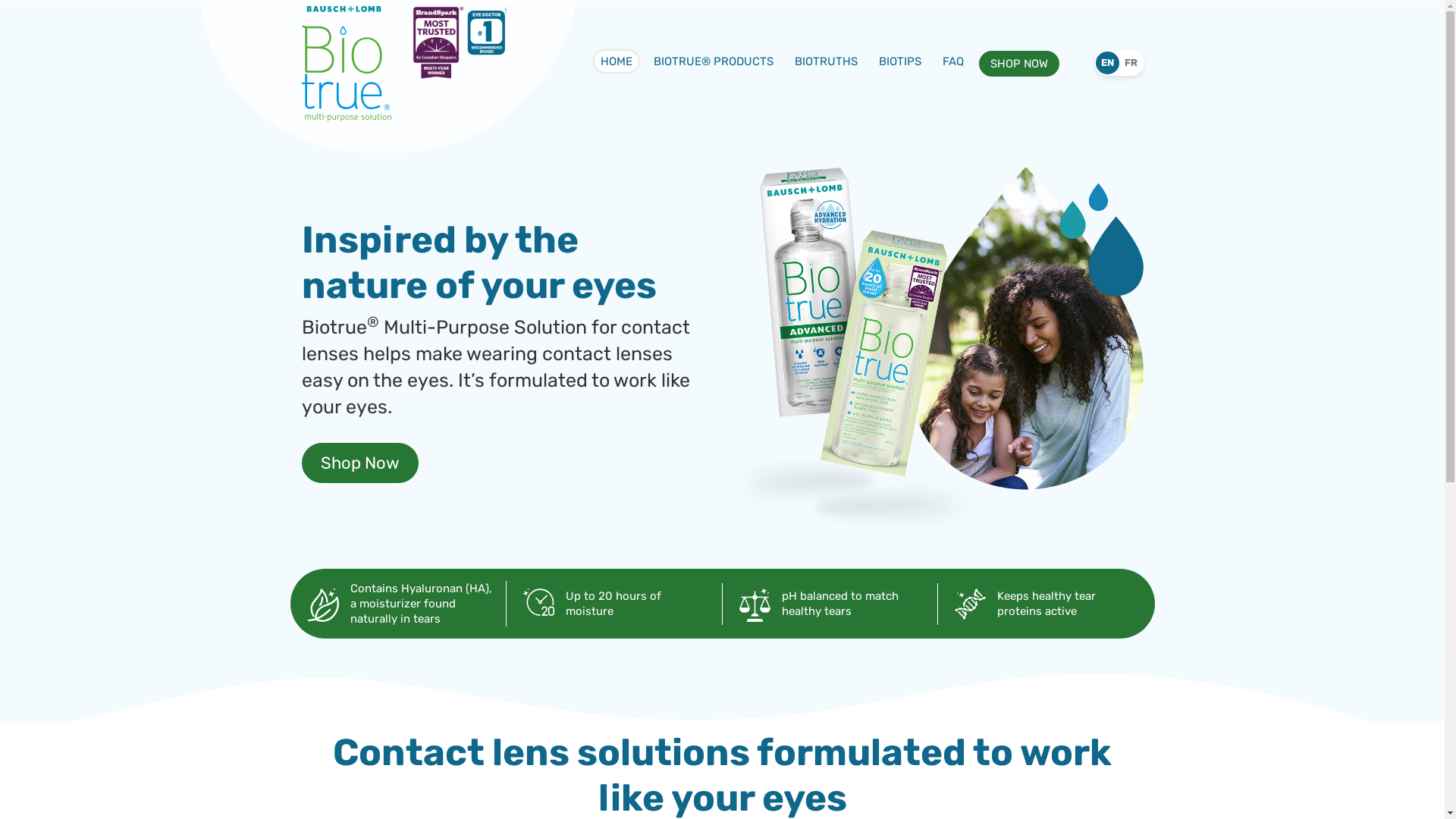  I want to click on 'SHOP NOW', so click(1018, 63).